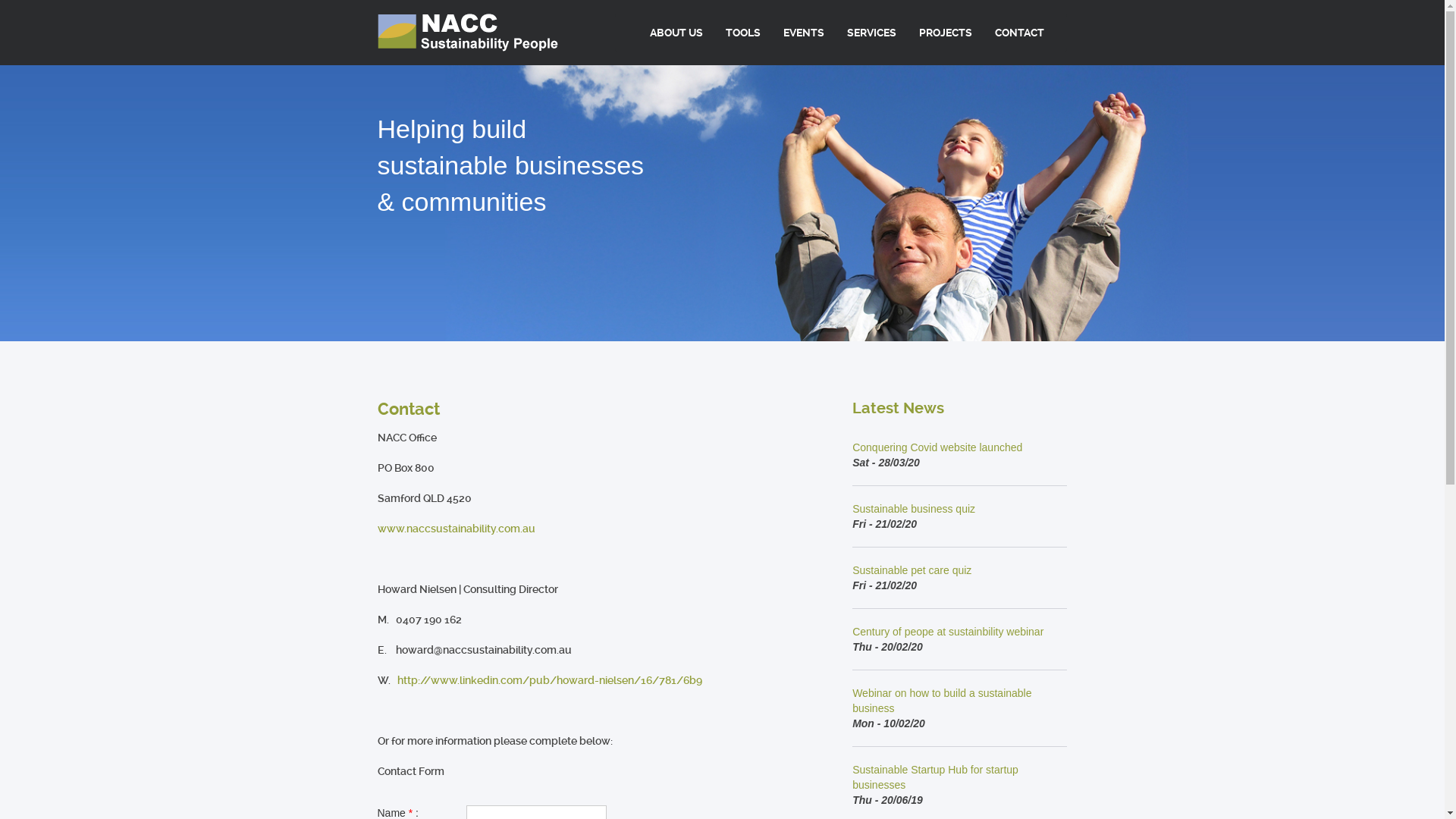 The width and height of the screenshot is (1456, 819). What do you see at coordinates (548, 679) in the screenshot?
I see `'http://www.linkedin.com/pub/howard-nielsen/16/781/6b9'` at bounding box center [548, 679].